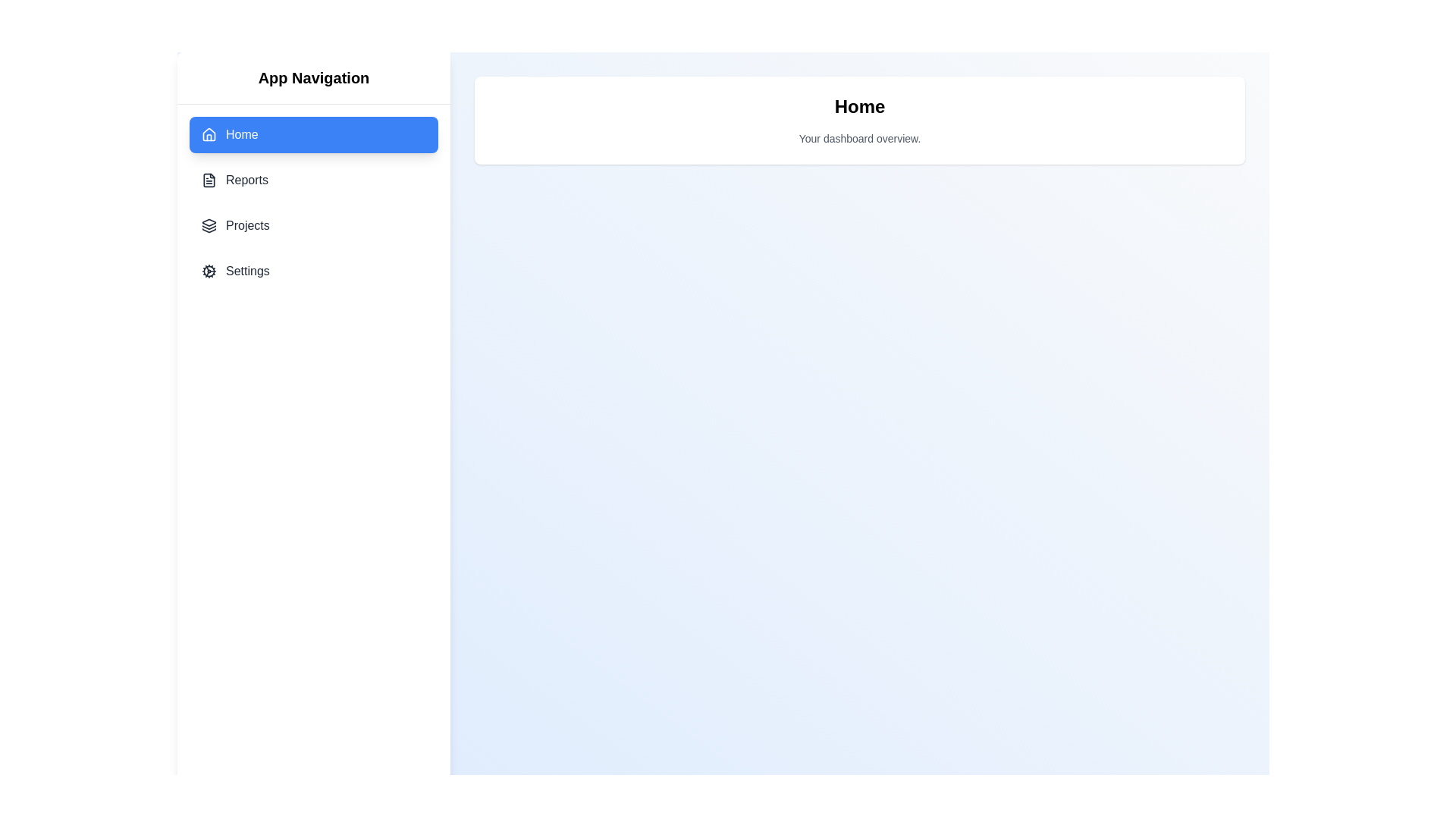 The height and width of the screenshot is (819, 1456). What do you see at coordinates (312, 133) in the screenshot?
I see `the menu item Home to inspect its tooltip effect` at bounding box center [312, 133].